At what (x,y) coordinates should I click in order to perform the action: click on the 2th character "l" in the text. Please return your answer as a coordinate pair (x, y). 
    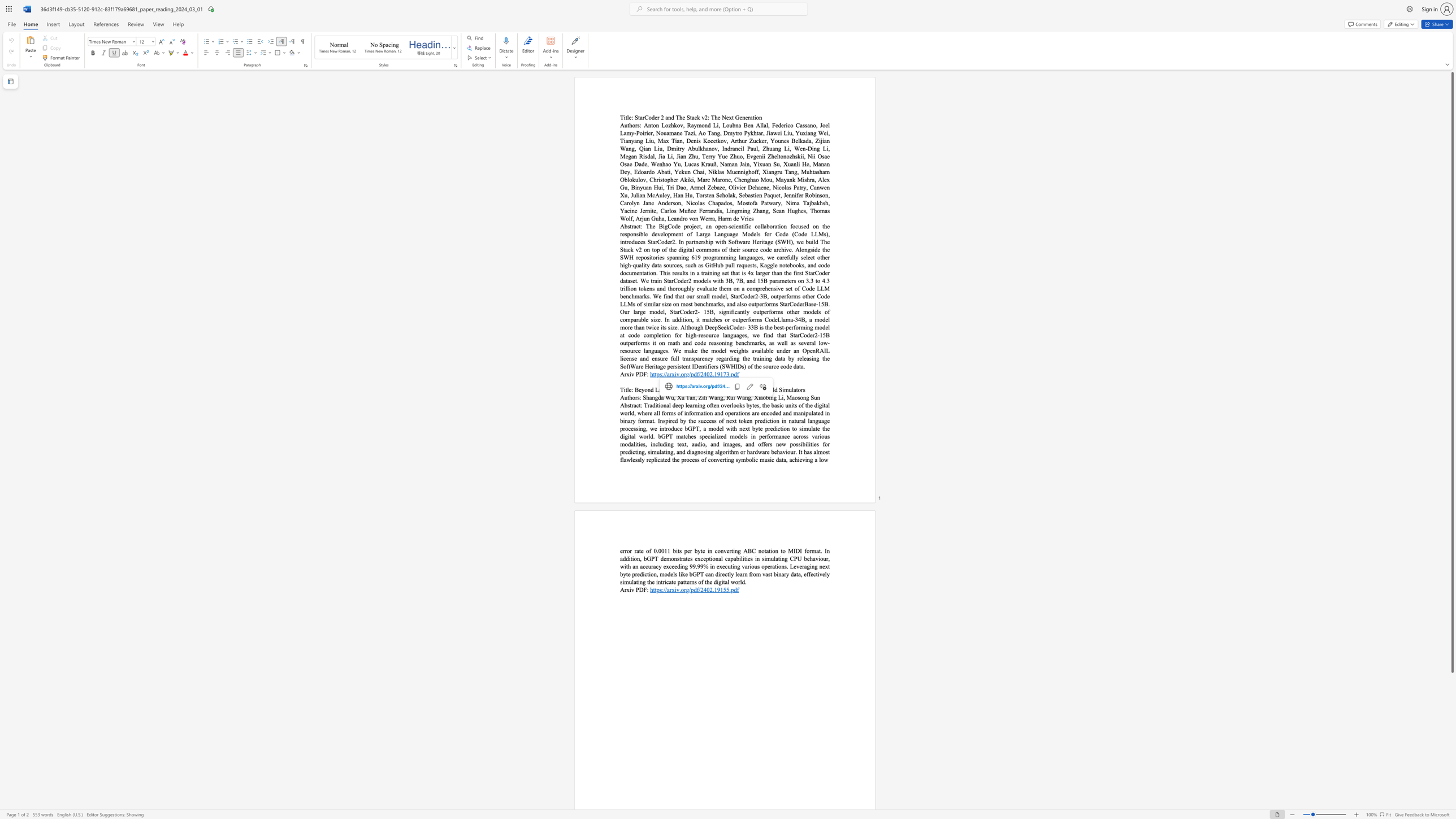
    Looking at the image, I should click on (752, 460).